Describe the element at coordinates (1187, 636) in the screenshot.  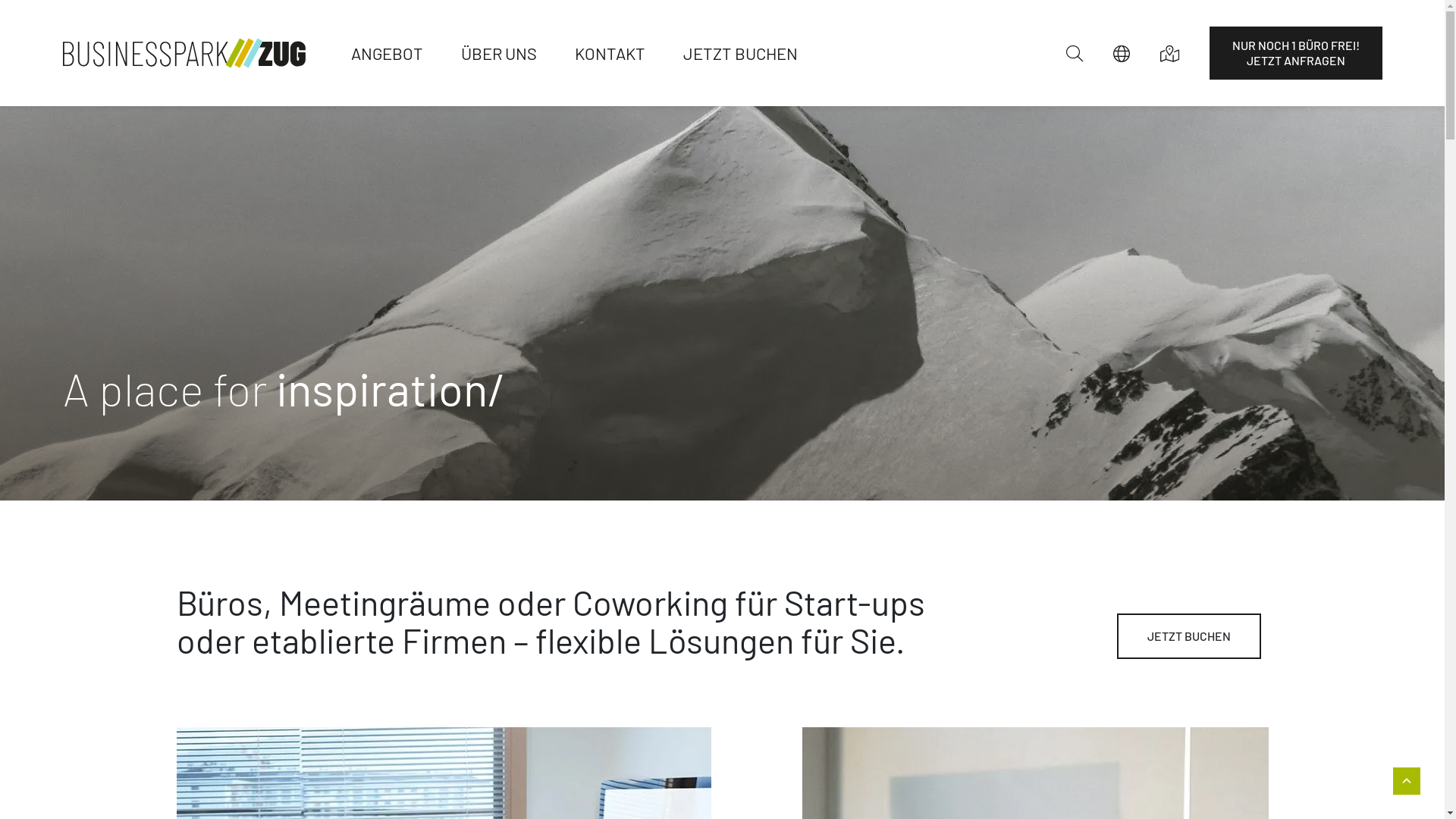
I see `'JETZT BUCHEN'` at that location.